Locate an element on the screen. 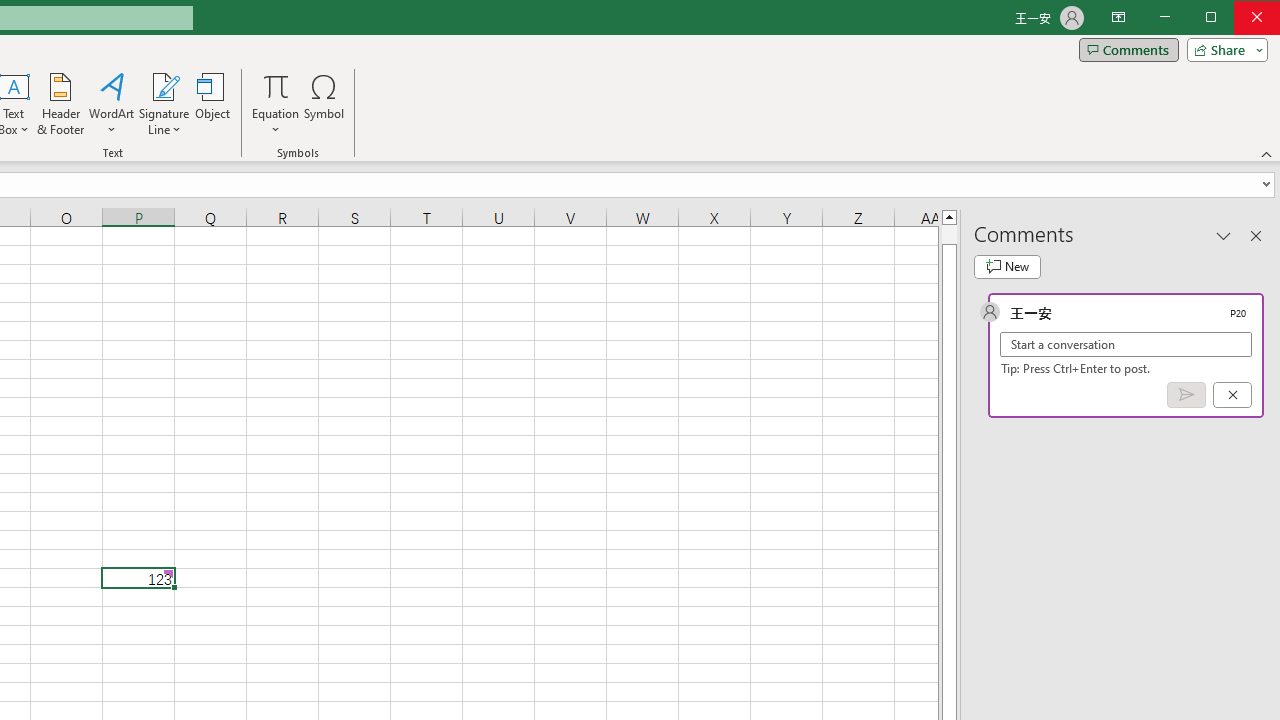 This screenshot has height=720, width=1280. 'Start a conversation' is located at coordinates (1126, 343).